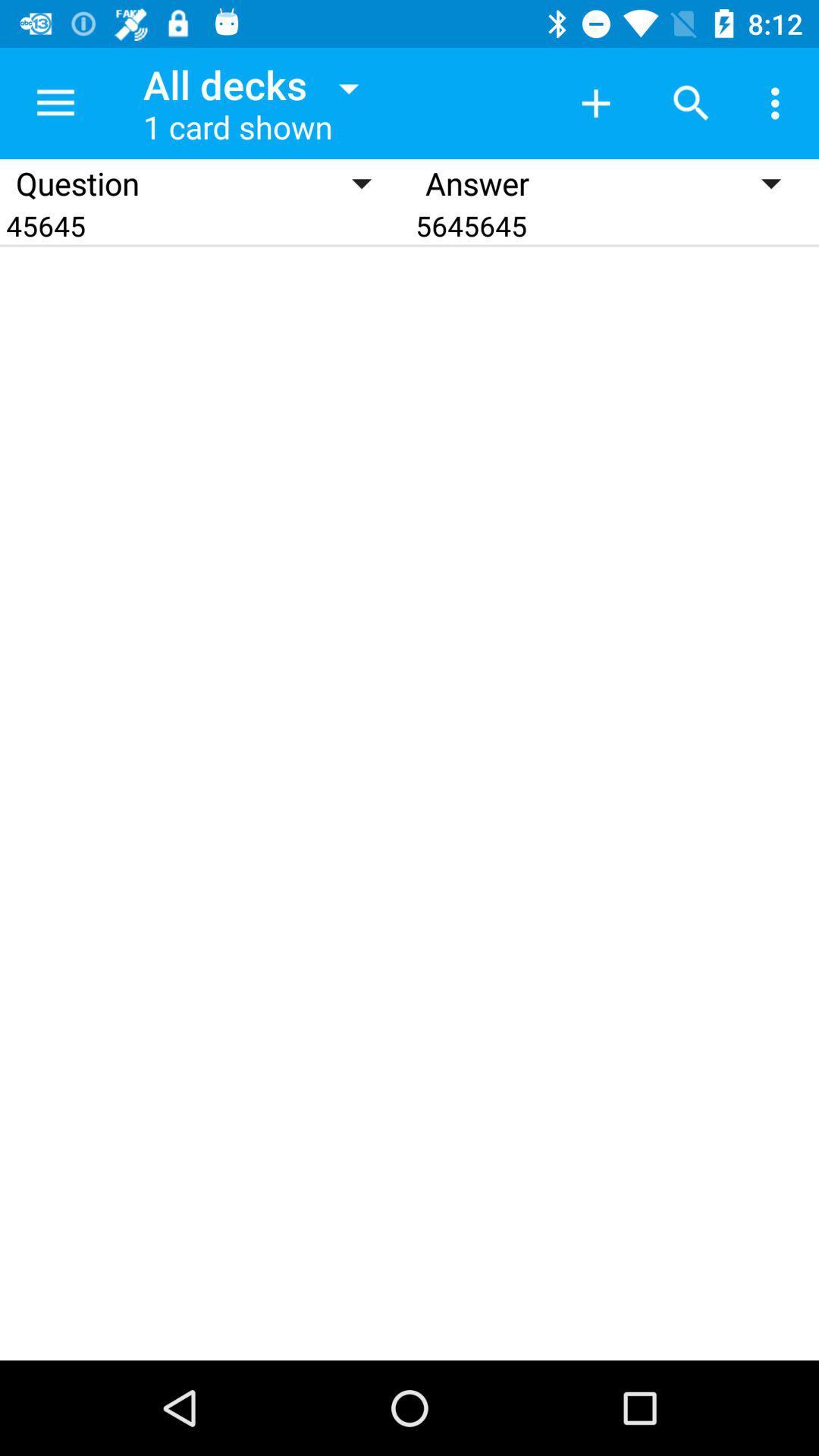 The height and width of the screenshot is (1456, 819). What do you see at coordinates (205, 224) in the screenshot?
I see `item below question item` at bounding box center [205, 224].